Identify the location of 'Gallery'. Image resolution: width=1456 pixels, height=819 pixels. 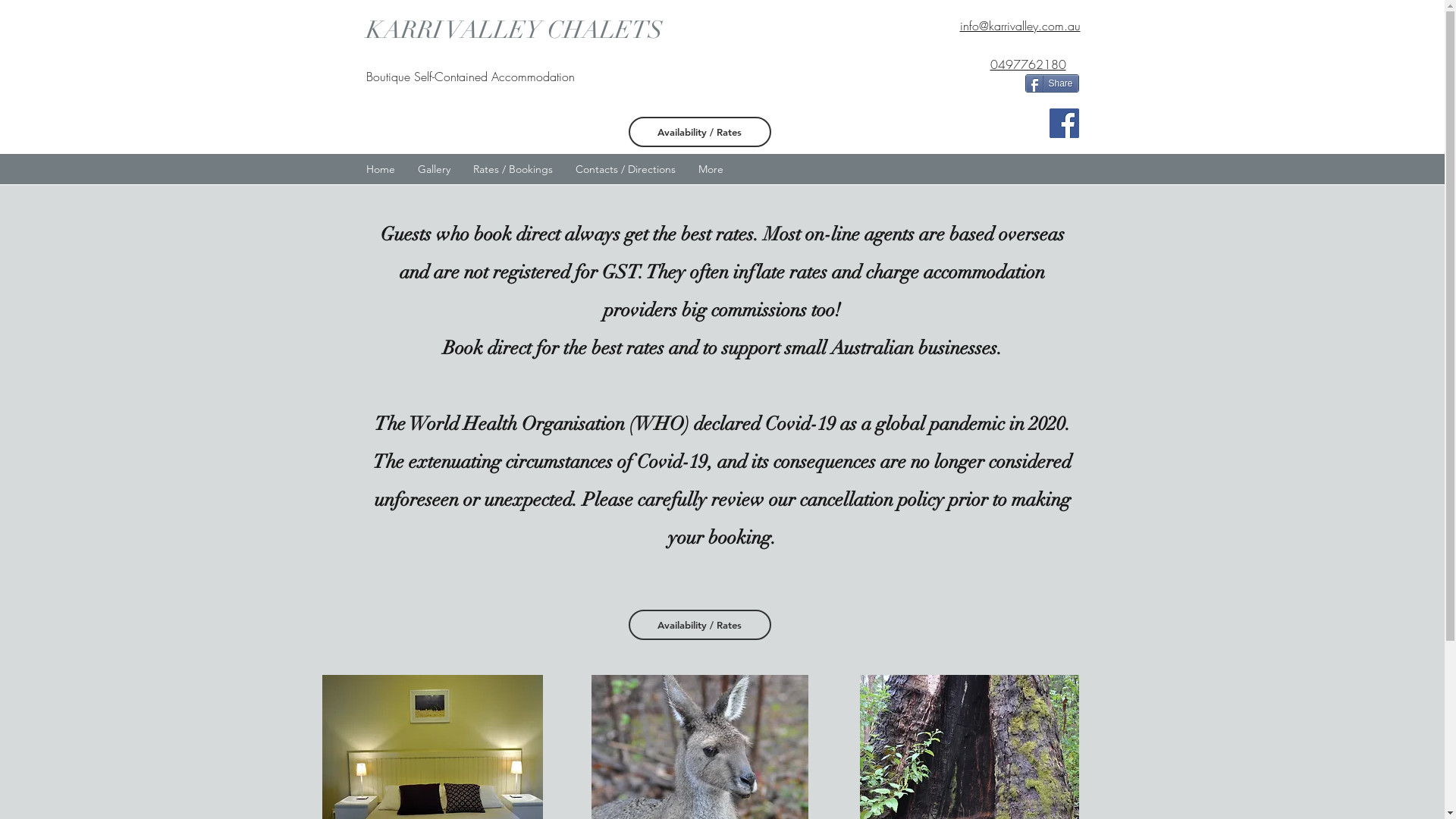
(433, 169).